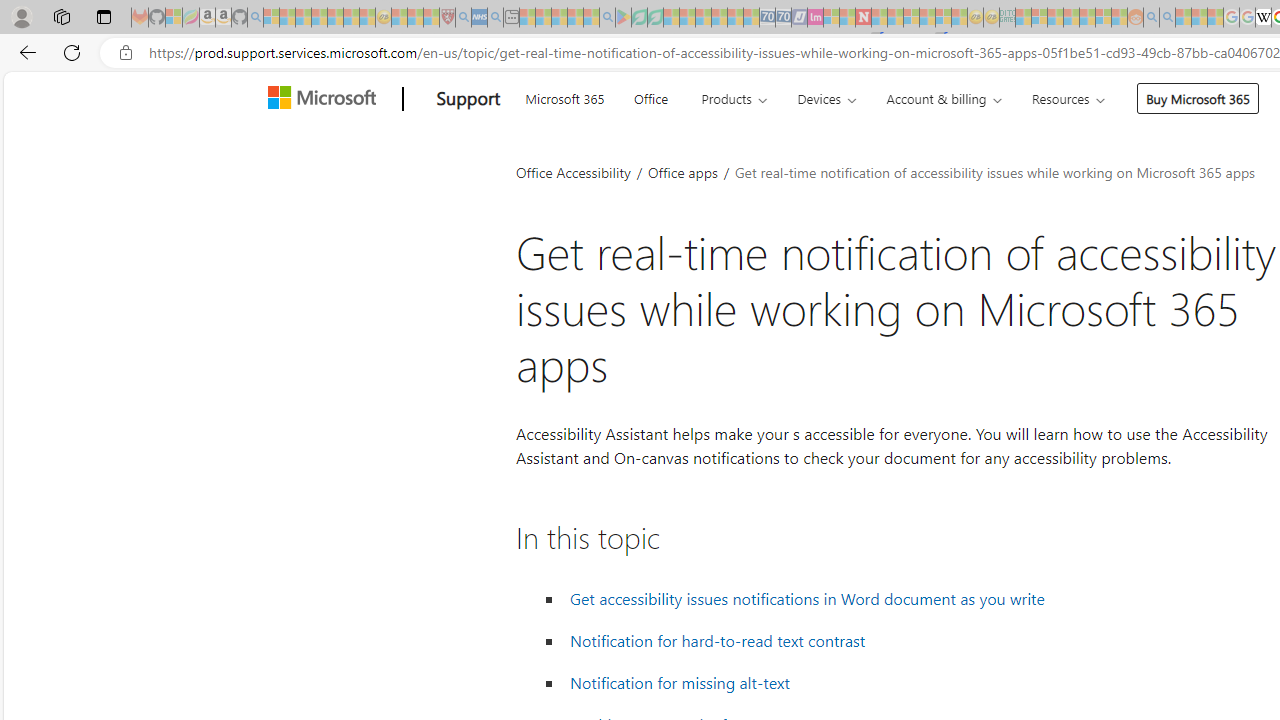 The image size is (1280, 720). What do you see at coordinates (572, 171) in the screenshot?
I see `'Office Accessibility'` at bounding box center [572, 171].